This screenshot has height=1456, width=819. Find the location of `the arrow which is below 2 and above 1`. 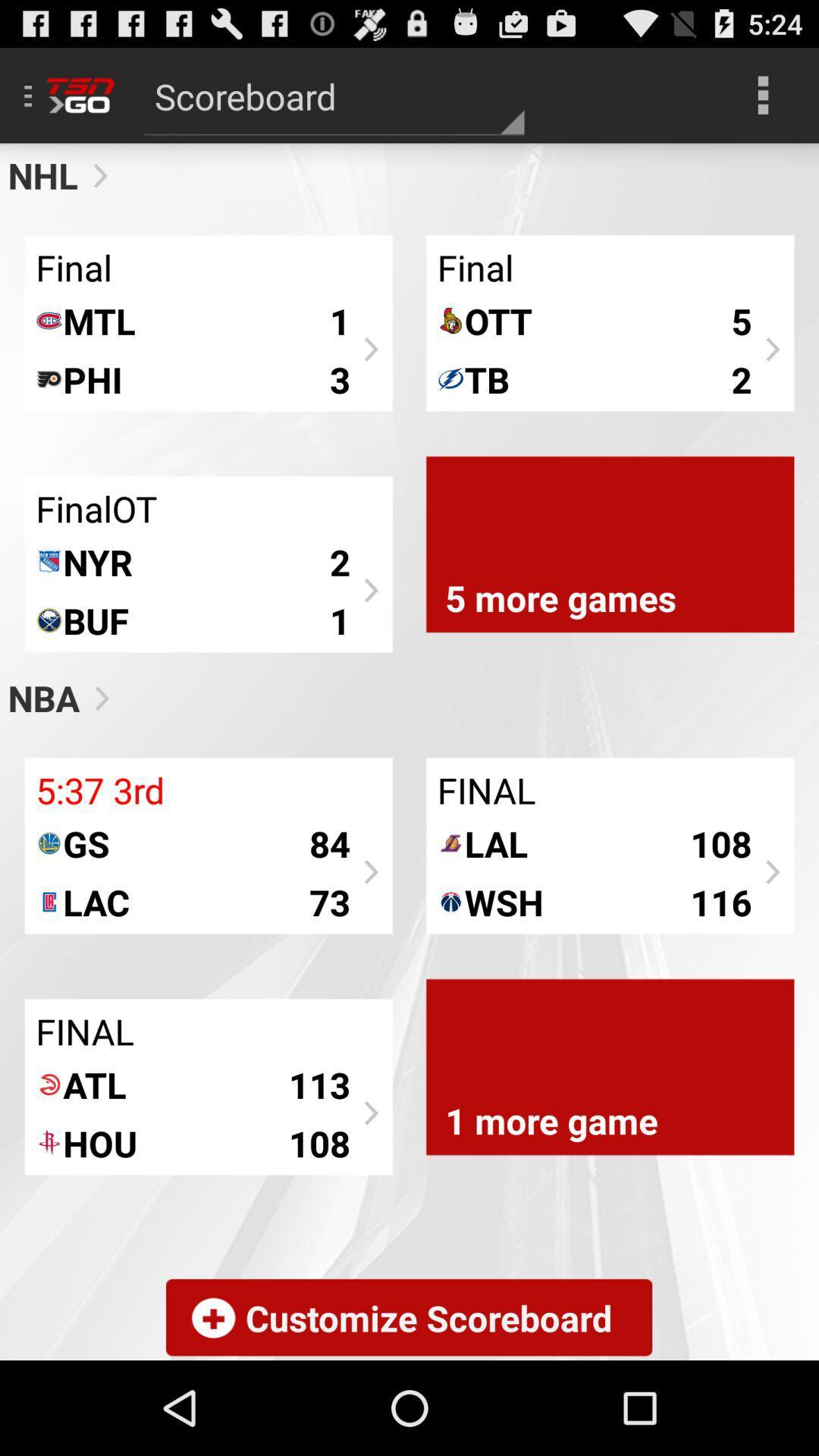

the arrow which is below 2 and above 1 is located at coordinates (369, 590).